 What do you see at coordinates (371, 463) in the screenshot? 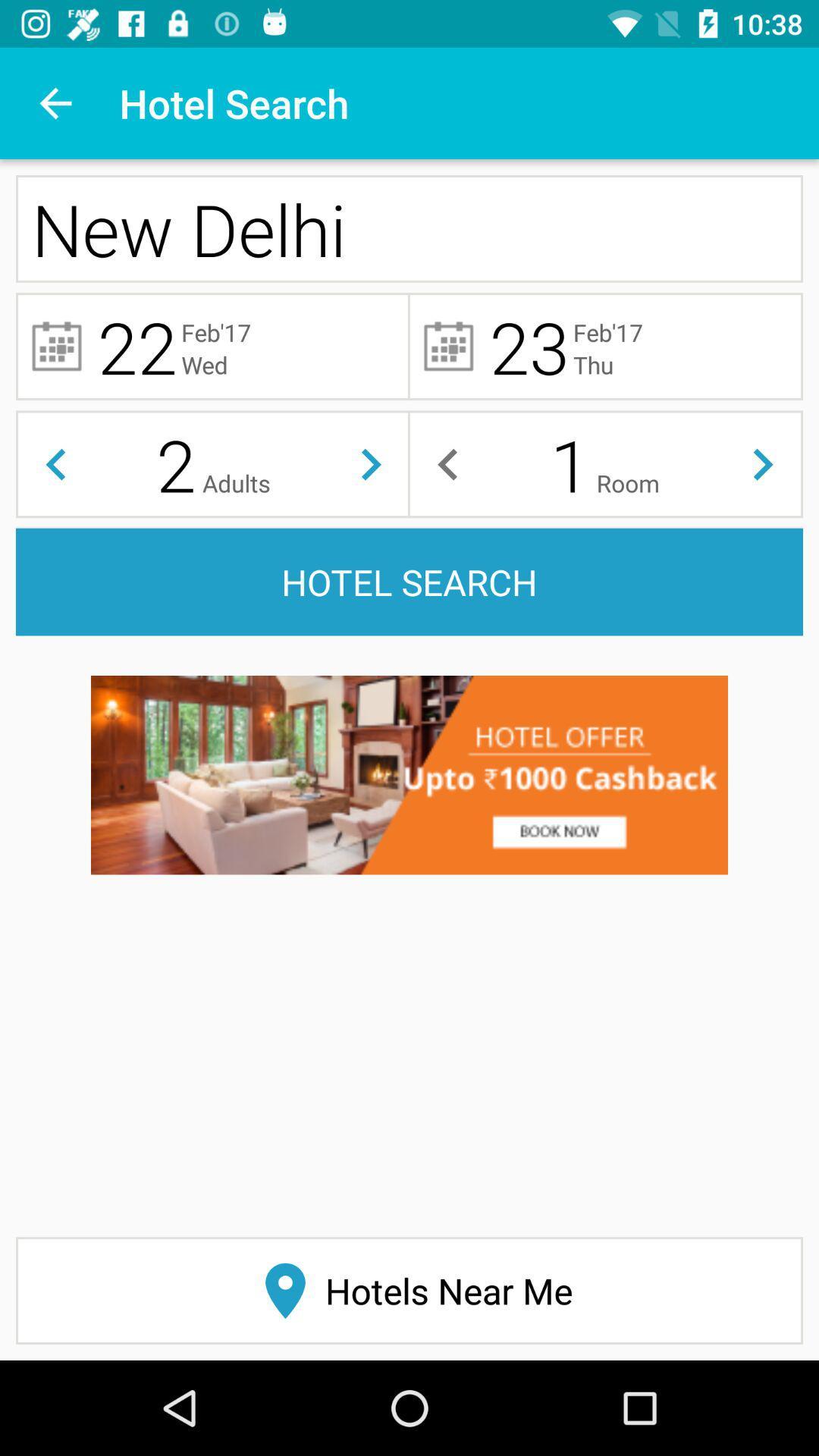
I see `increase number of adults` at bounding box center [371, 463].